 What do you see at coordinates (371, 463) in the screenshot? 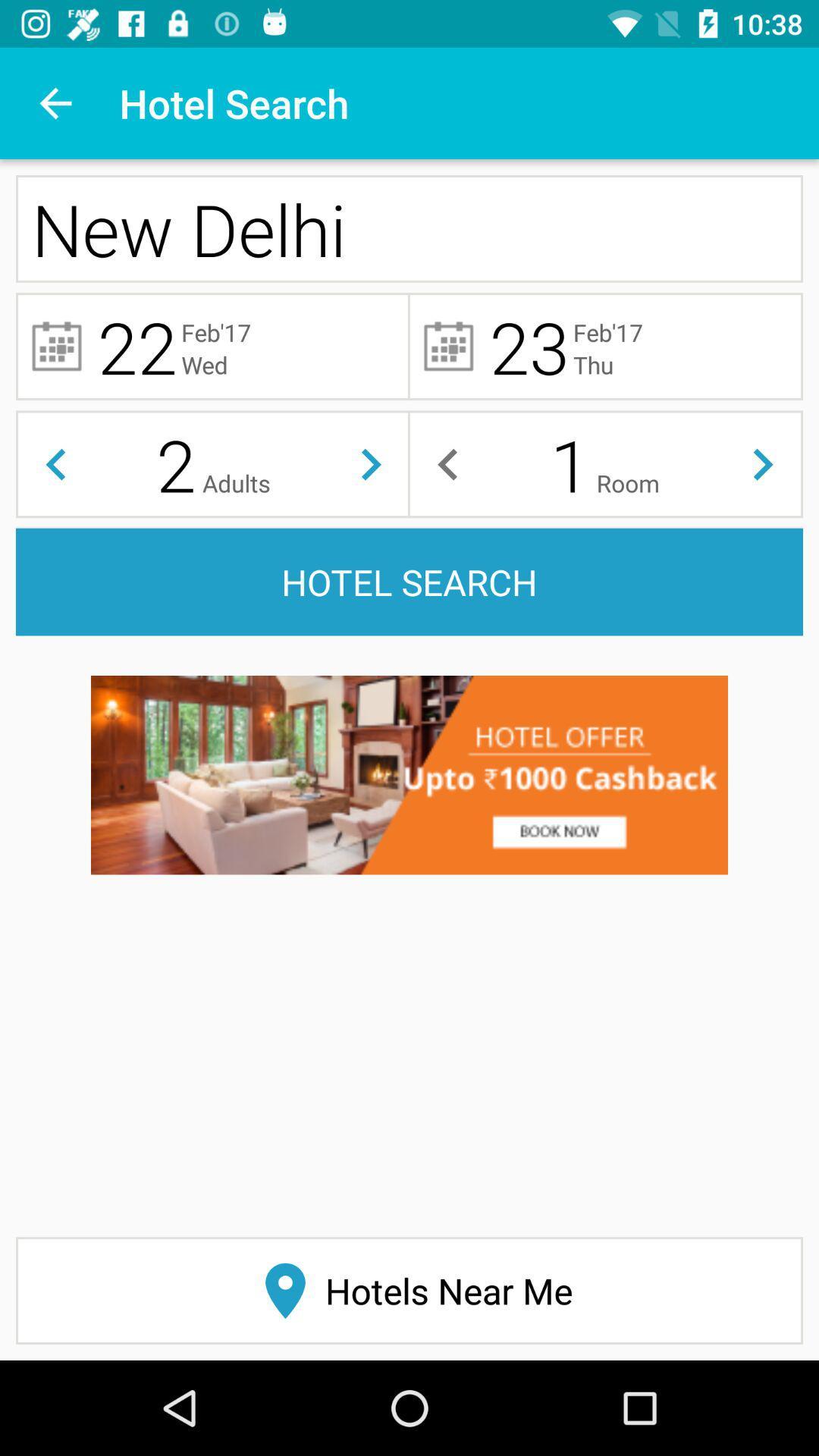
I see `increase number of adults` at bounding box center [371, 463].